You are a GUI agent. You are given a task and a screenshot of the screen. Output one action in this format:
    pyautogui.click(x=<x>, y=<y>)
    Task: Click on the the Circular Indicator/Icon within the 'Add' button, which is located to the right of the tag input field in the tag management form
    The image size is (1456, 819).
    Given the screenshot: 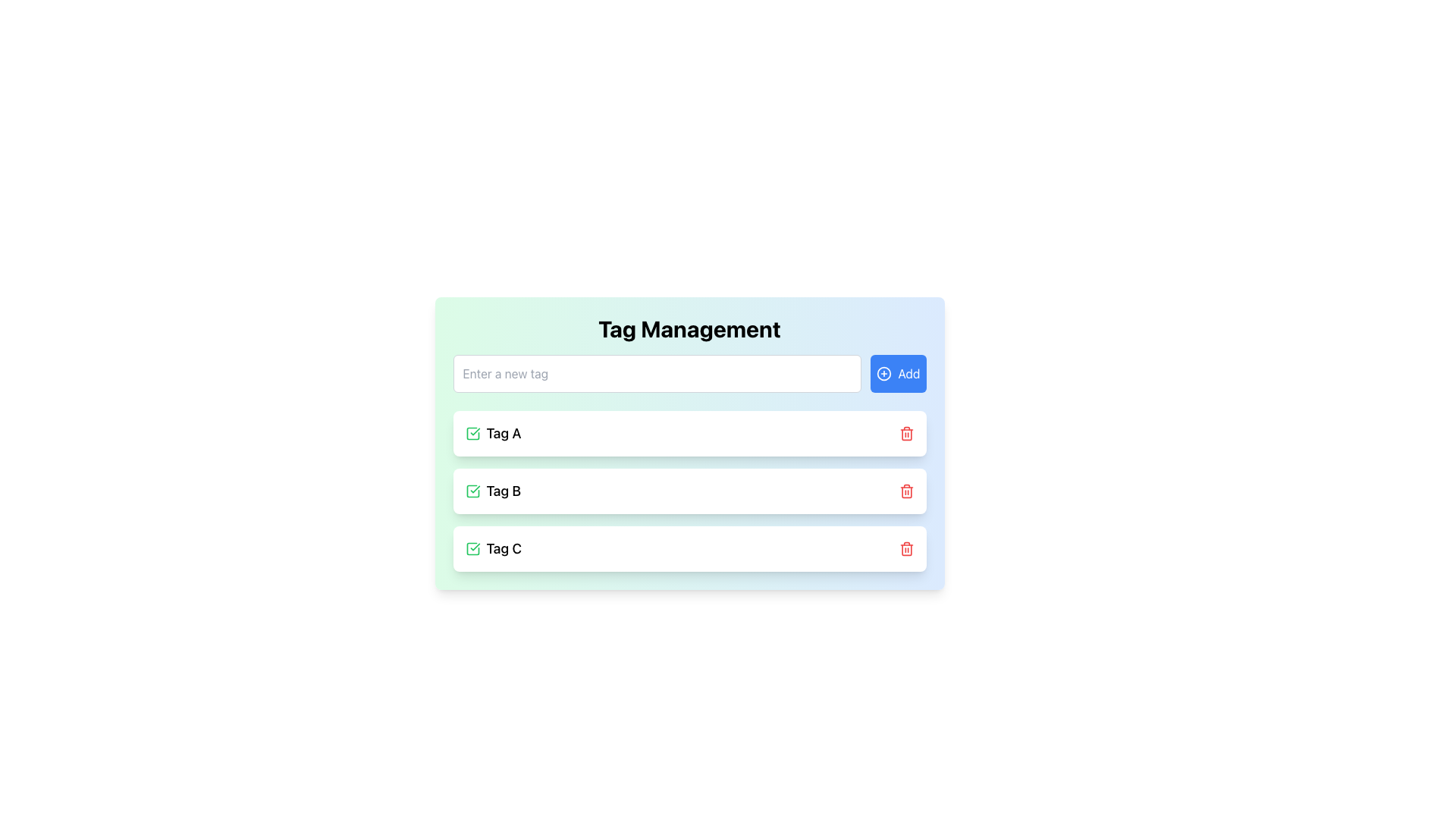 What is the action you would take?
    pyautogui.click(x=884, y=374)
    